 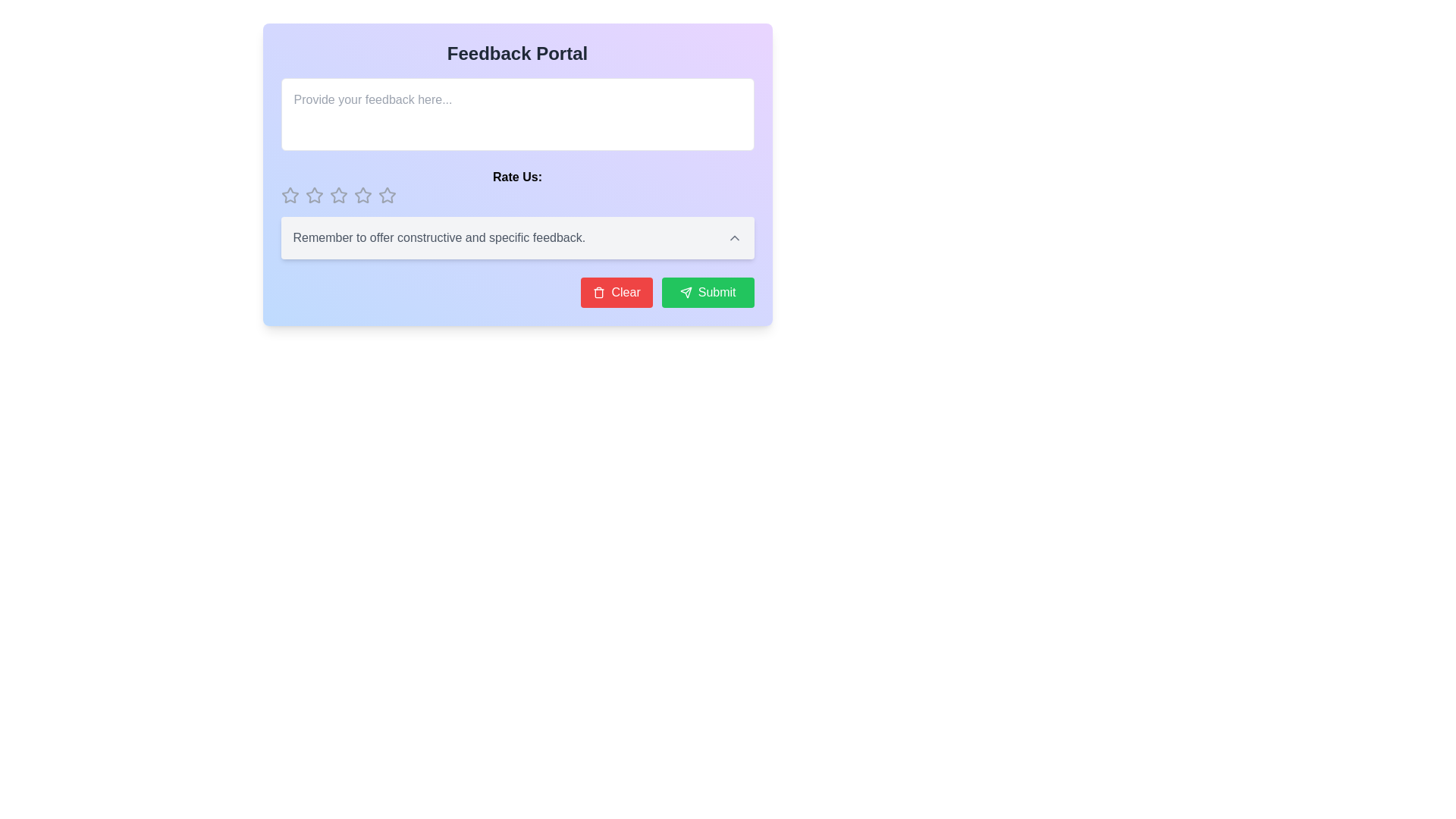 I want to click on the triangular arrow shape send button, which is part of the Submit button, so click(x=685, y=292).